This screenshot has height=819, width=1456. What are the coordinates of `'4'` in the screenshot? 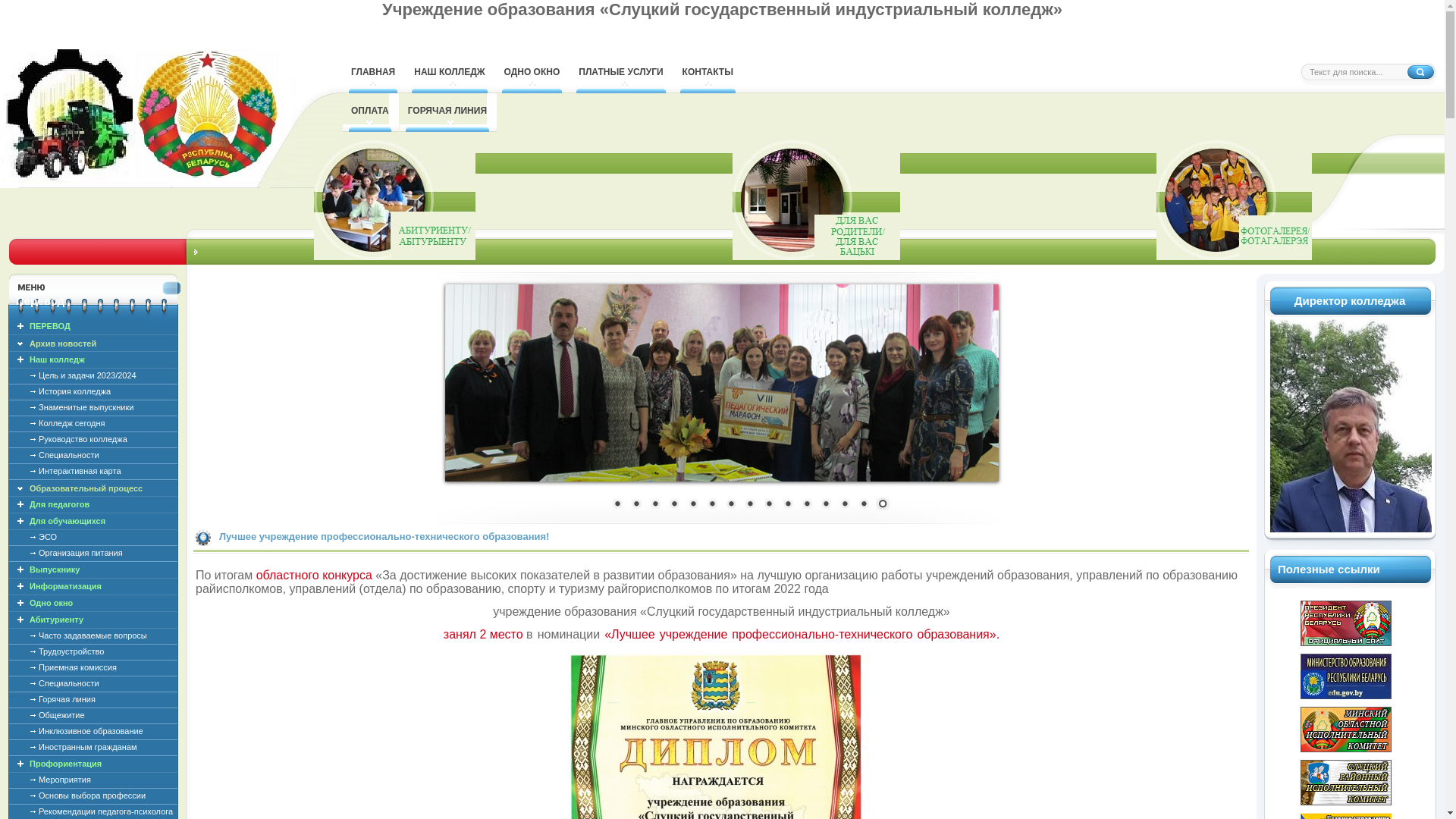 It's located at (666, 505).